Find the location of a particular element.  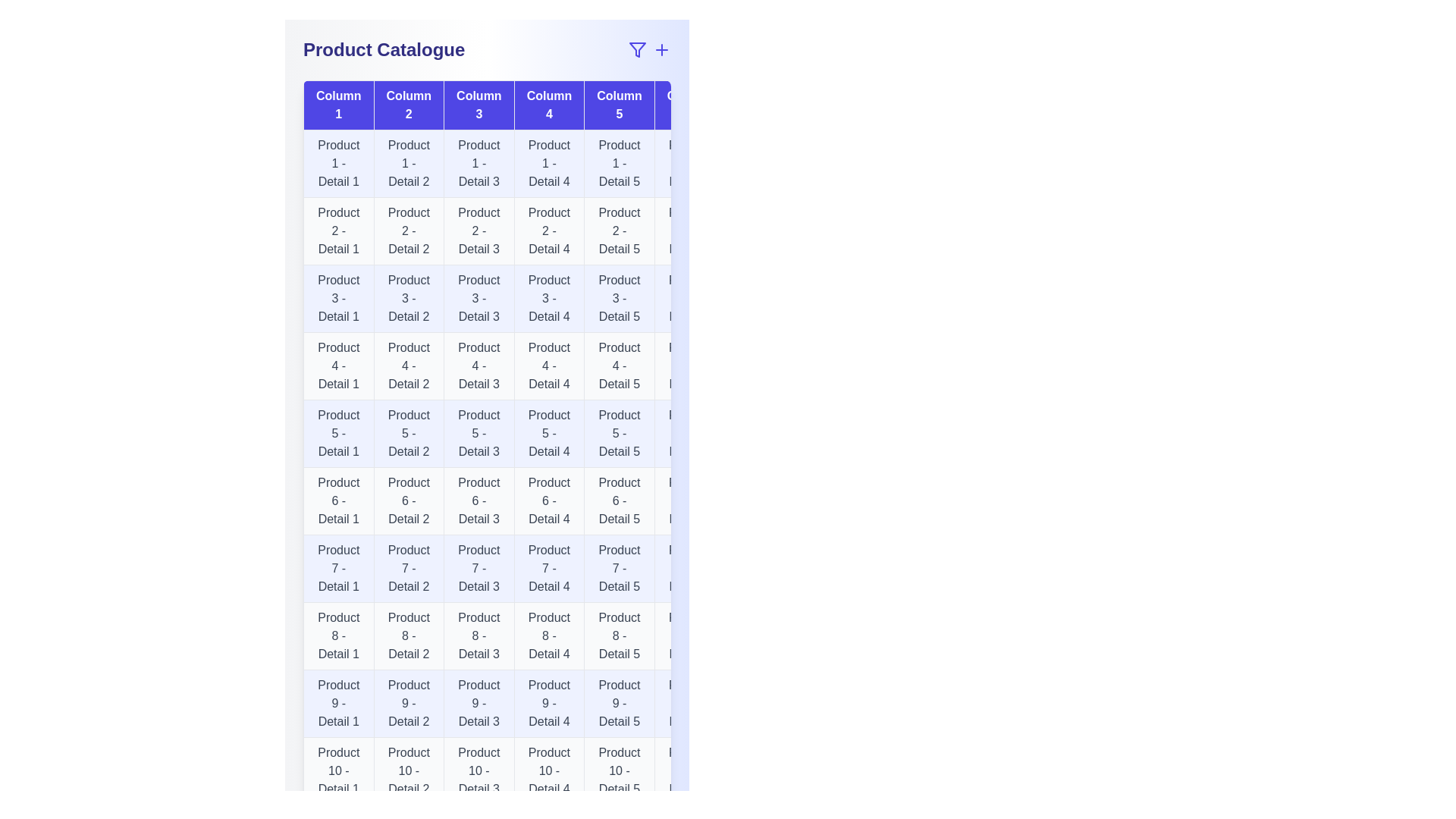

the plus icon to add a new product is located at coordinates (662, 49).